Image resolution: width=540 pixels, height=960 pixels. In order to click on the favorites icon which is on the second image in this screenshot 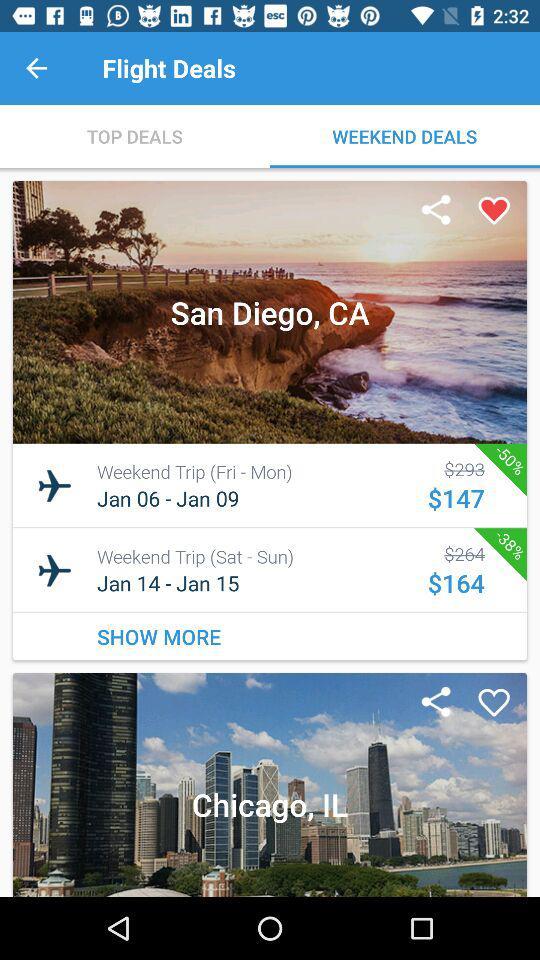, I will do `click(494, 703)`.